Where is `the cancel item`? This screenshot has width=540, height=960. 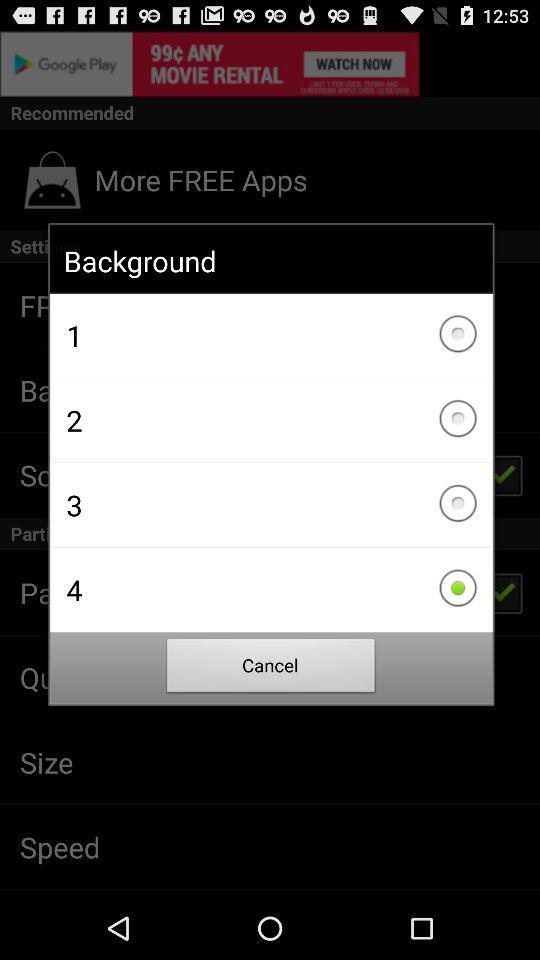
the cancel item is located at coordinates (270, 668).